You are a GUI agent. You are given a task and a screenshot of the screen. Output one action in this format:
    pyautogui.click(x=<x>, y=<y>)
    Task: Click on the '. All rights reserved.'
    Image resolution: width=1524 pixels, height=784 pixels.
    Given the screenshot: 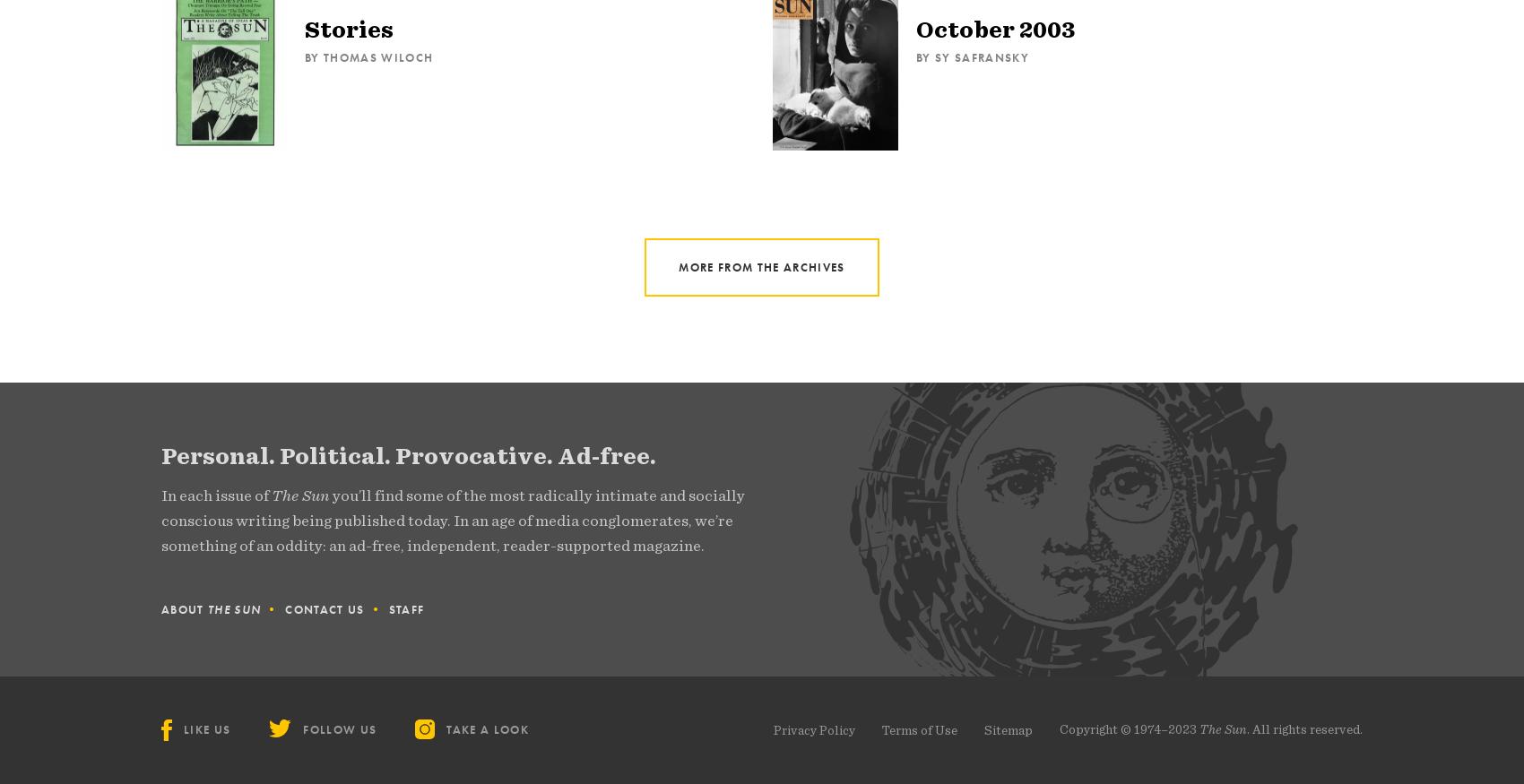 What is the action you would take?
    pyautogui.click(x=1303, y=728)
    